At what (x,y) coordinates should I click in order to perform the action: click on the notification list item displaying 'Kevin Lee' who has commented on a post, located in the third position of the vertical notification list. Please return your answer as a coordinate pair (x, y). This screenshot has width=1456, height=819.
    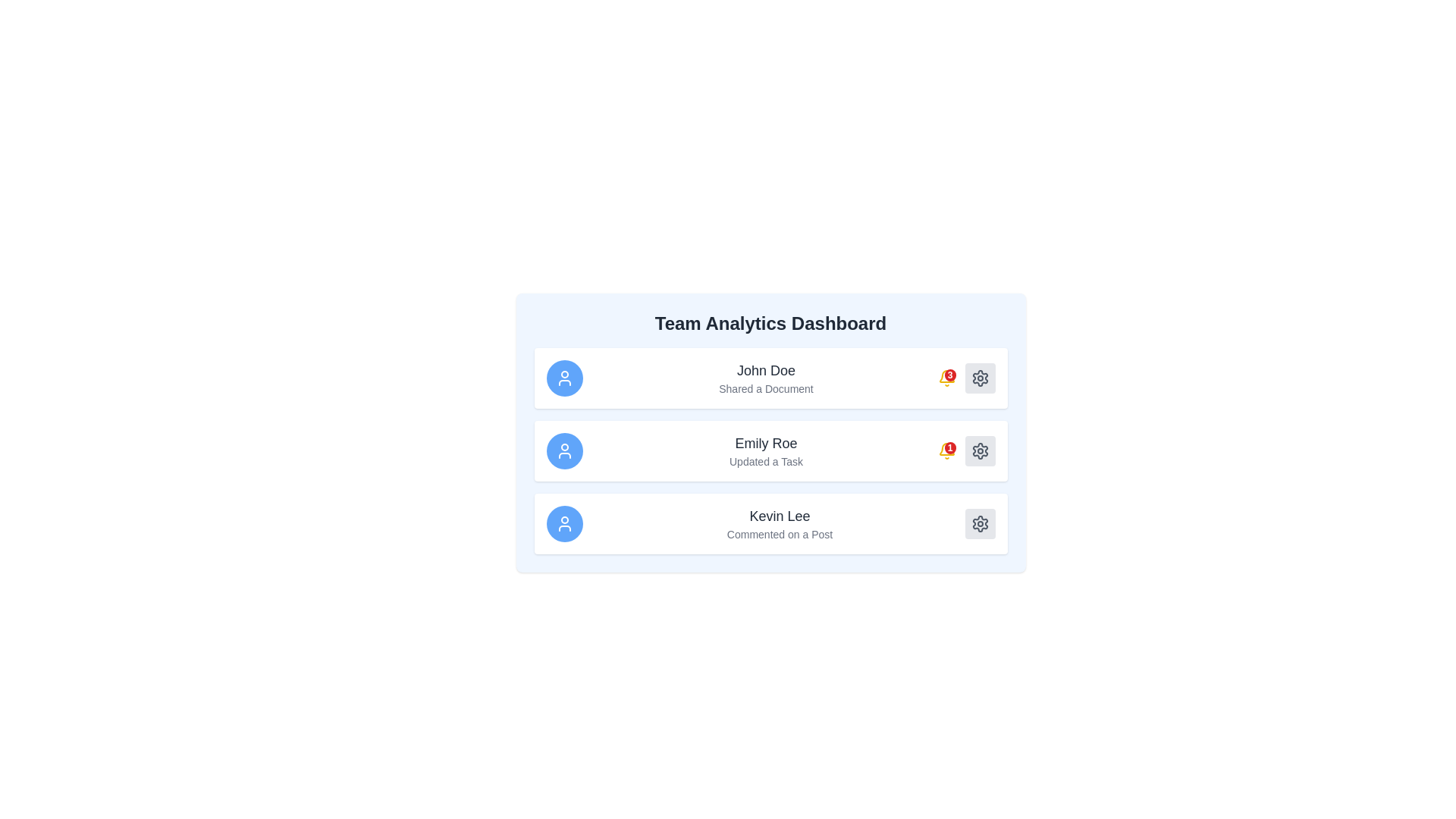
    Looking at the image, I should click on (780, 522).